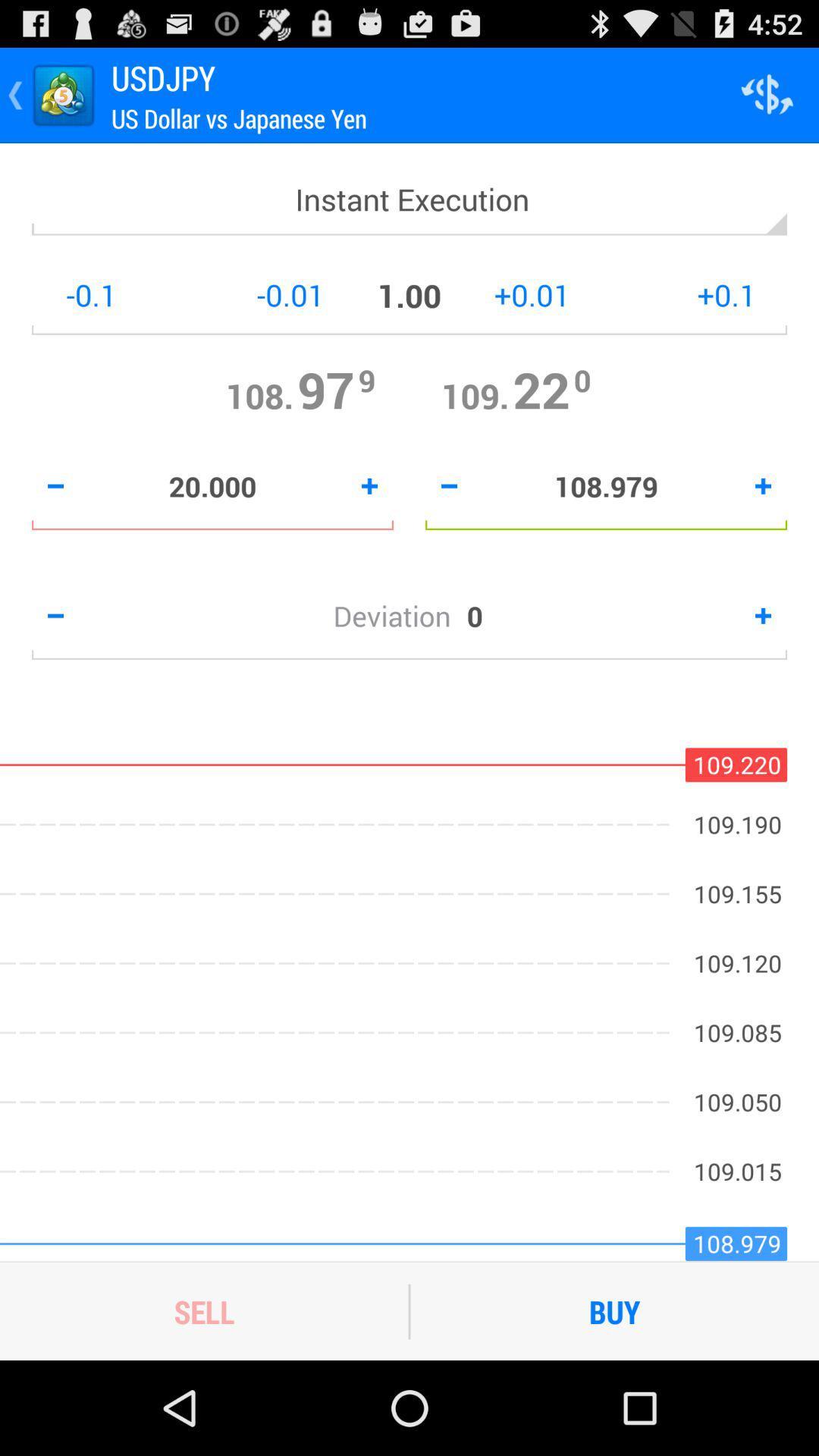  What do you see at coordinates (212, 486) in the screenshot?
I see `the 20000` at bounding box center [212, 486].